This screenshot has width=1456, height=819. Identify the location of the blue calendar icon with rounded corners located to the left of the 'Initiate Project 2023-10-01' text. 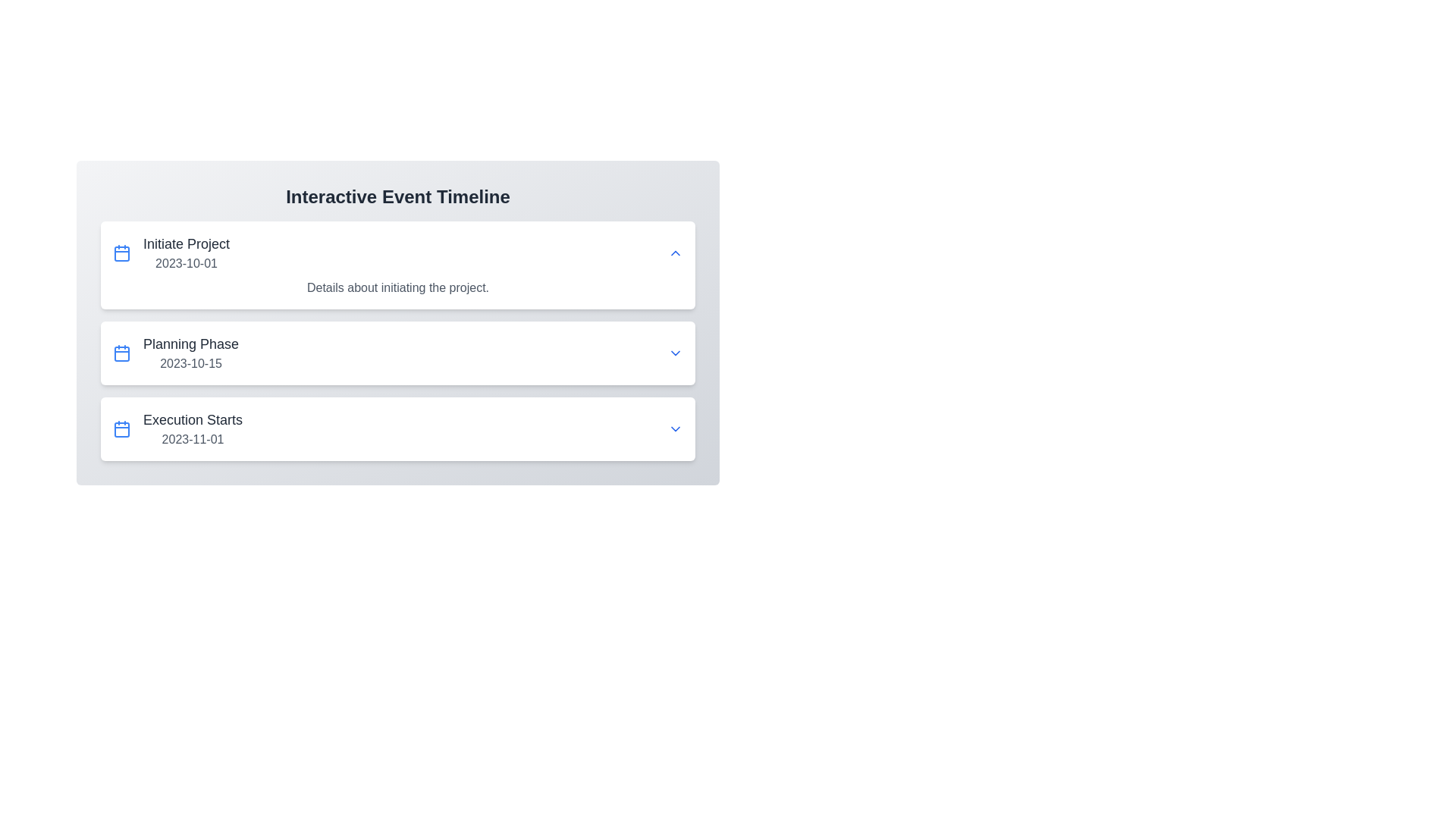
(122, 253).